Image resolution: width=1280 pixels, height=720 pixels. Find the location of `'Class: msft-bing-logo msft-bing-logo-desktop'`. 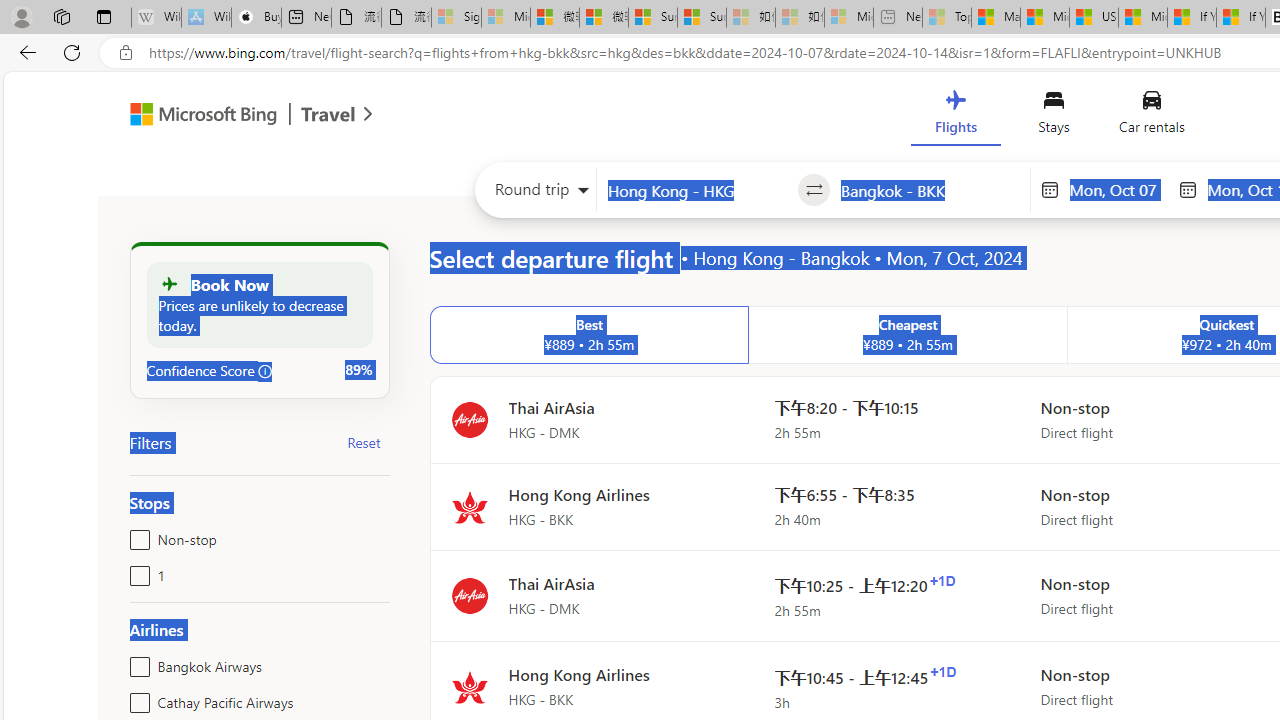

'Class: msft-bing-logo msft-bing-logo-desktop' is located at coordinates (199, 114).